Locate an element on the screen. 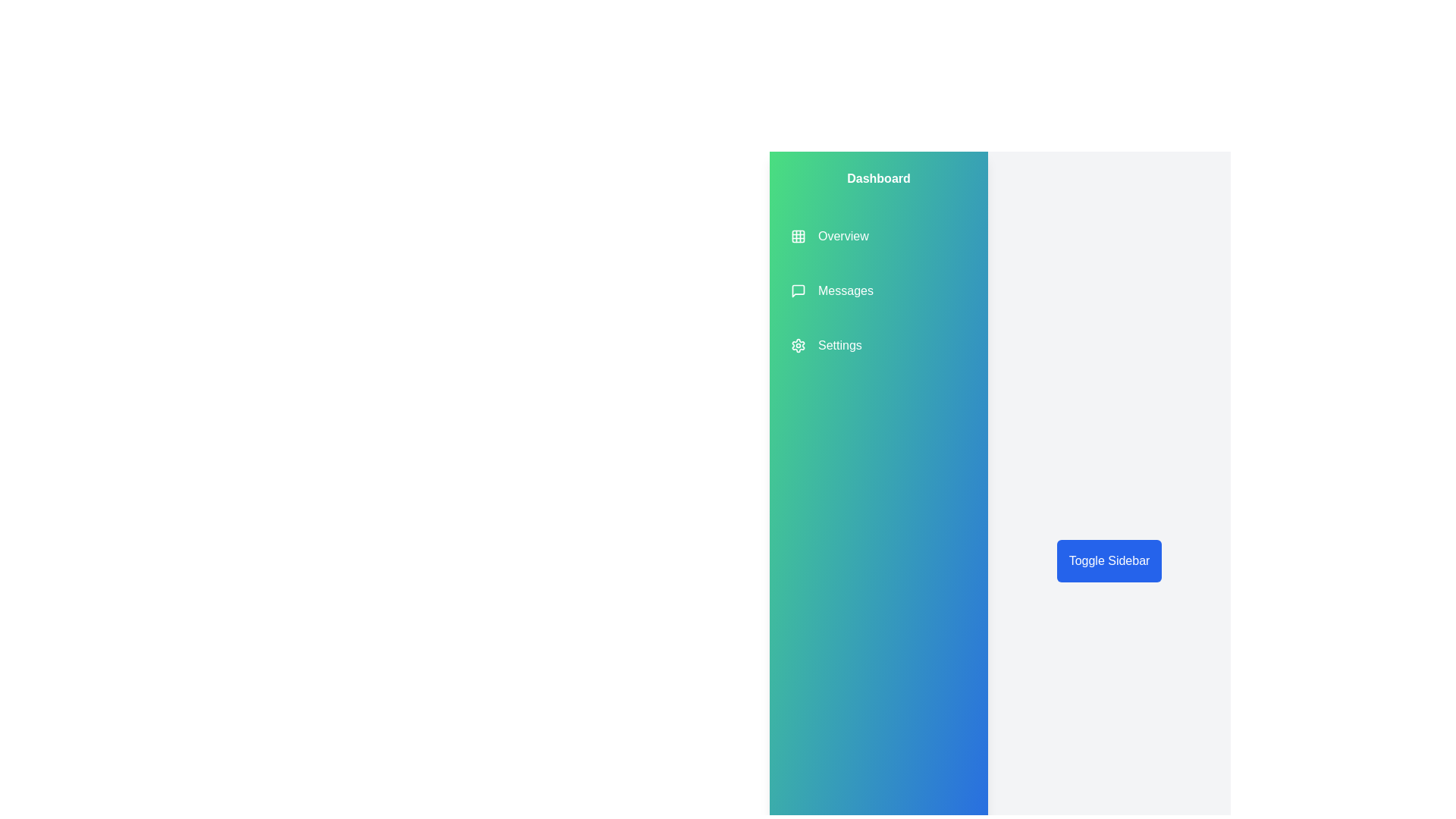 The width and height of the screenshot is (1456, 819). 'Toggle Sidebar' button to toggle the visibility of the sidebar is located at coordinates (1109, 561).